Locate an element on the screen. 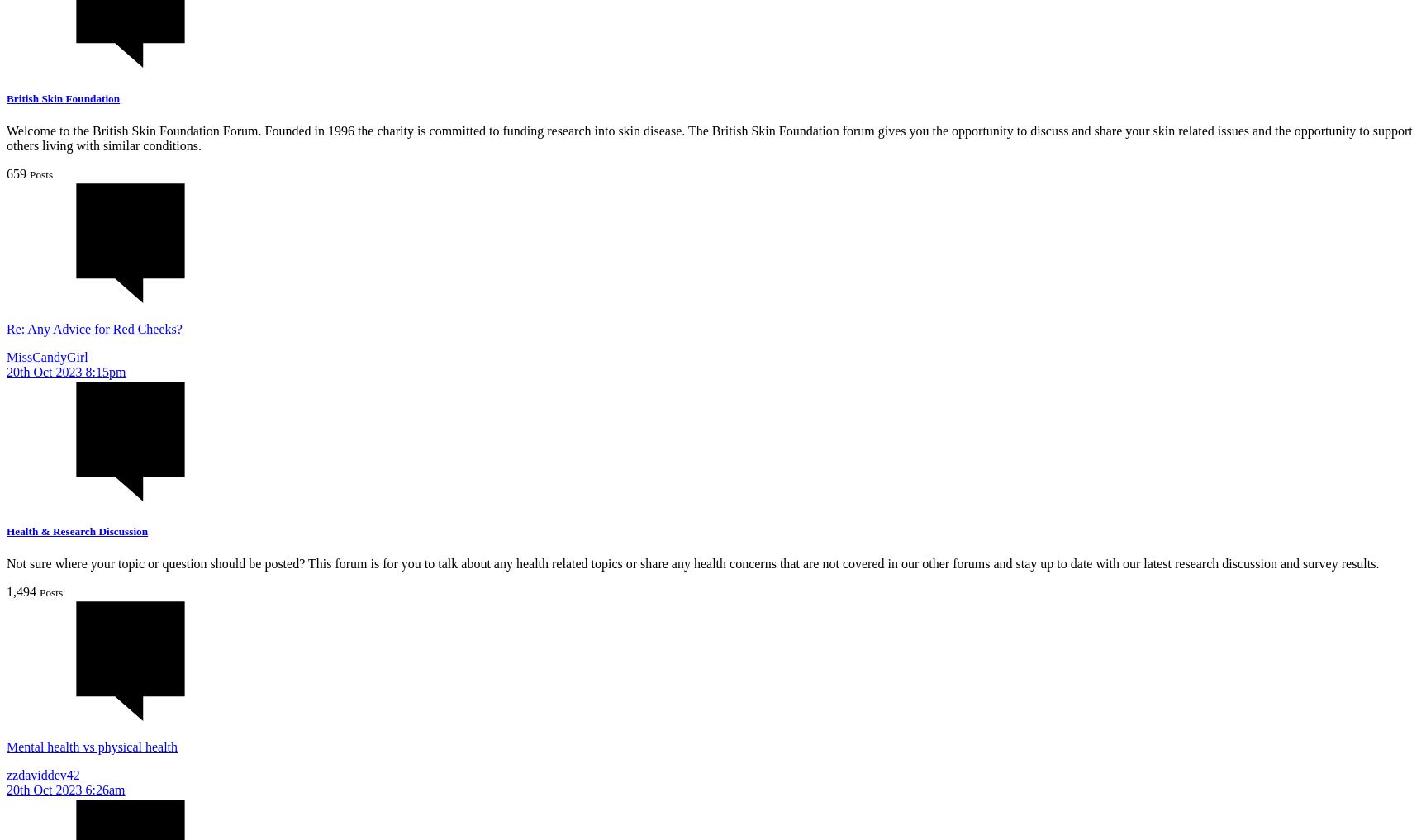 The image size is (1426, 840). 'Re: Any Advice for Red Cheeks?' is located at coordinates (93, 328).